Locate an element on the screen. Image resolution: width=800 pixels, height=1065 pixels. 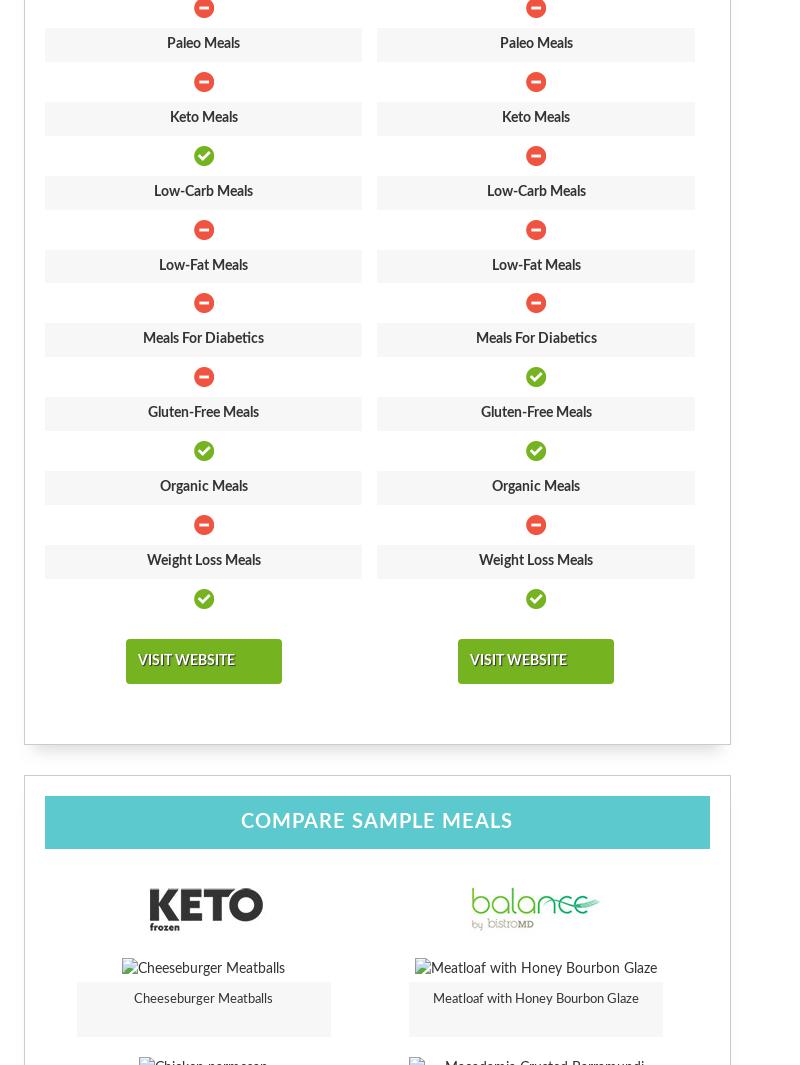
'Cheeseburger Meatballs' is located at coordinates (134, 999).